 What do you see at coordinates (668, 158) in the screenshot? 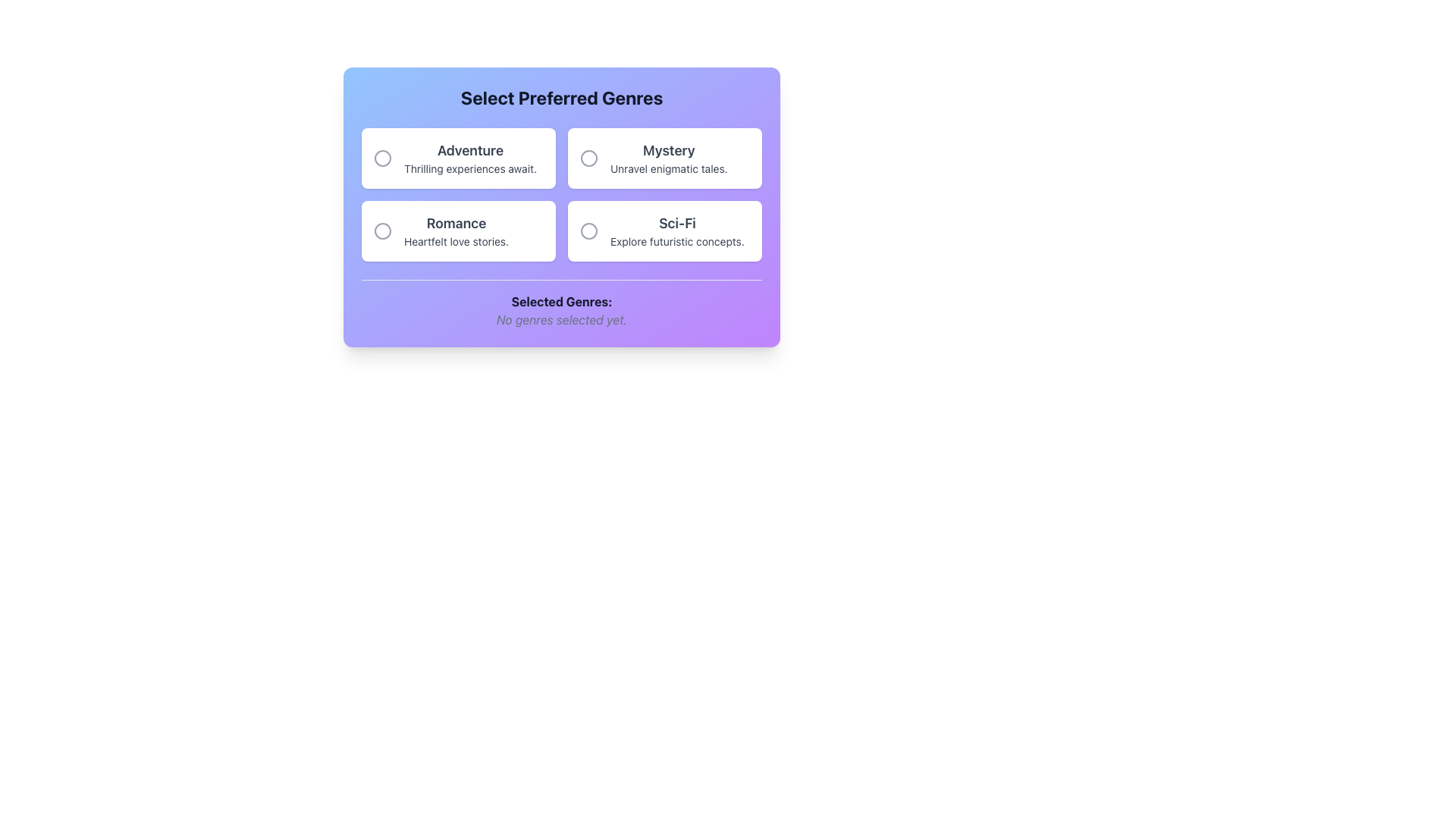
I see `the descriptive text block for the 'Mystery' genre option located in the second column and first row under 'Select Preferred Genres'` at bounding box center [668, 158].